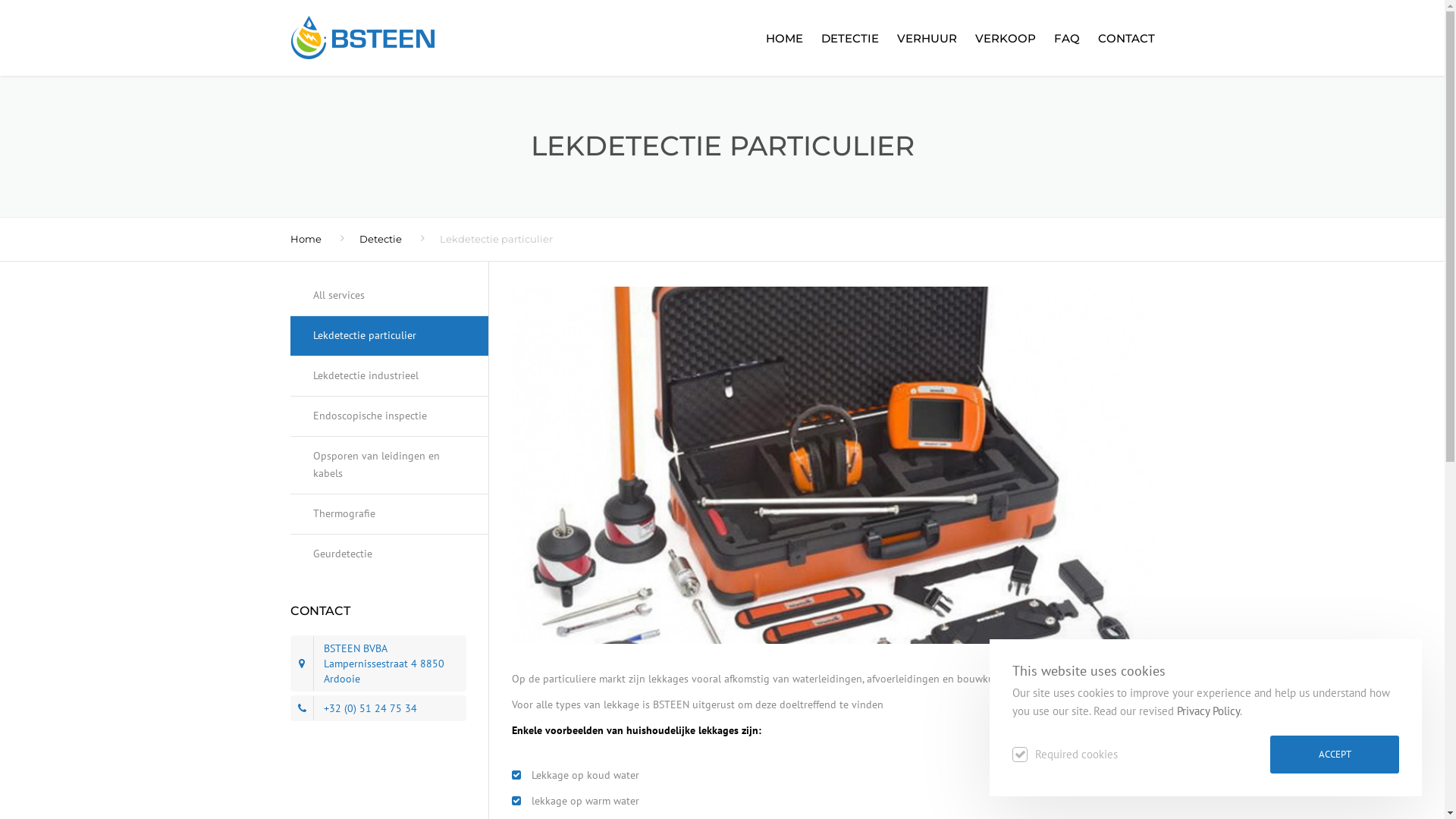  I want to click on 'Detectie', so click(381, 239).